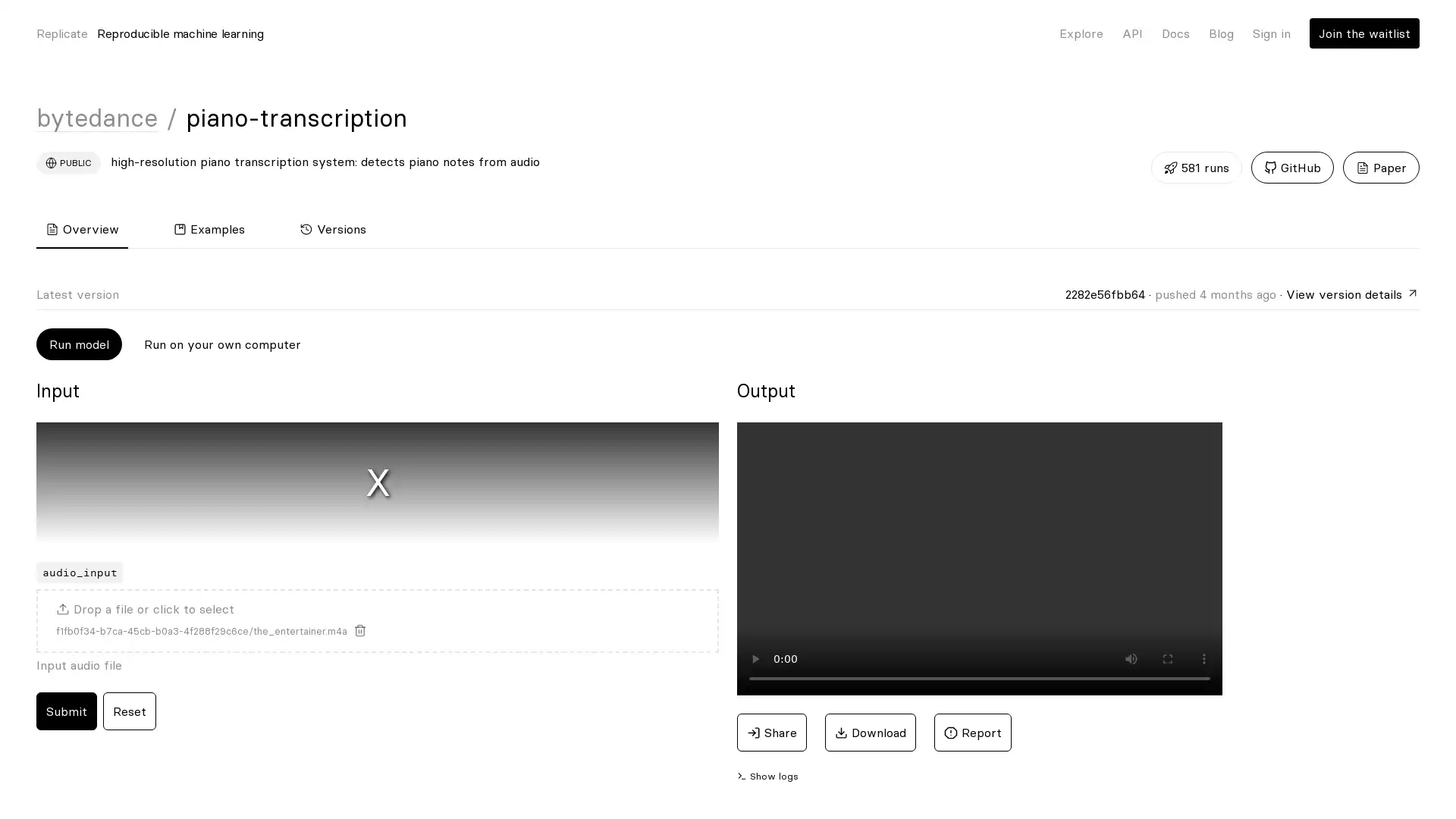 This screenshot has height=819, width=1456. What do you see at coordinates (65, 711) in the screenshot?
I see `Submit` at bounding box center [65, 711].